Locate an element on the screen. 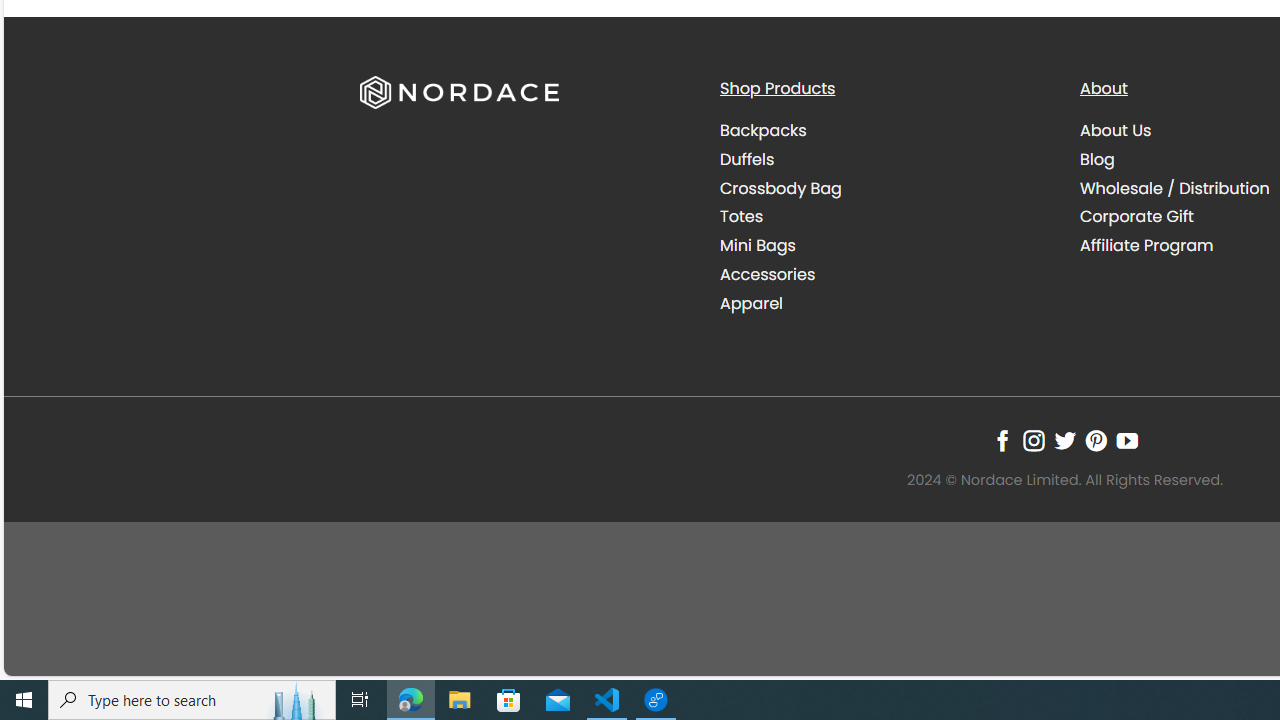 The width and height of the screenshot is (1280, 720). 'Duffels' is located at coordinates (745, 158).